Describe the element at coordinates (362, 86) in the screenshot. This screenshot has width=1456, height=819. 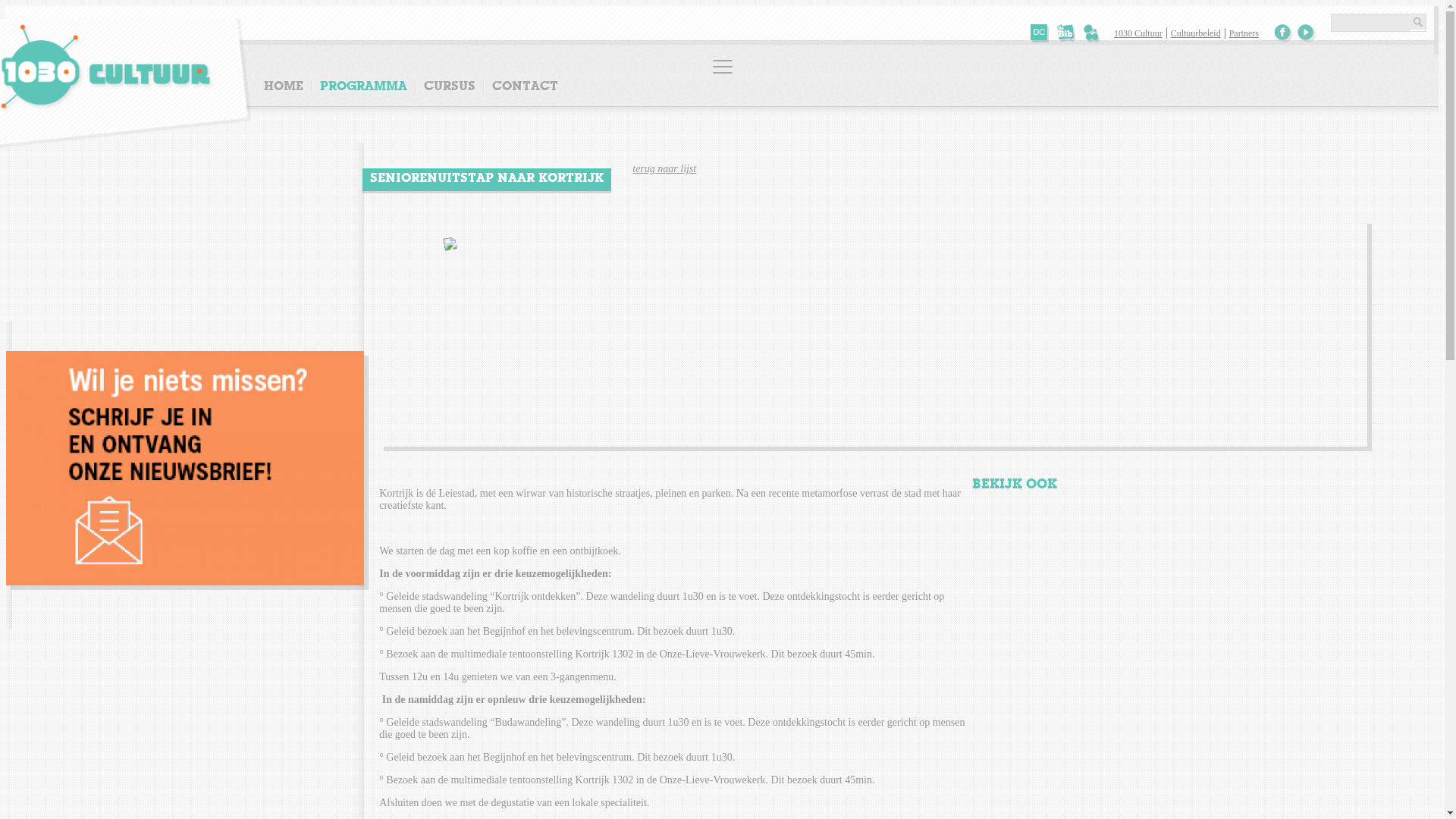
I see `'PROGRAMMA'` at that location.